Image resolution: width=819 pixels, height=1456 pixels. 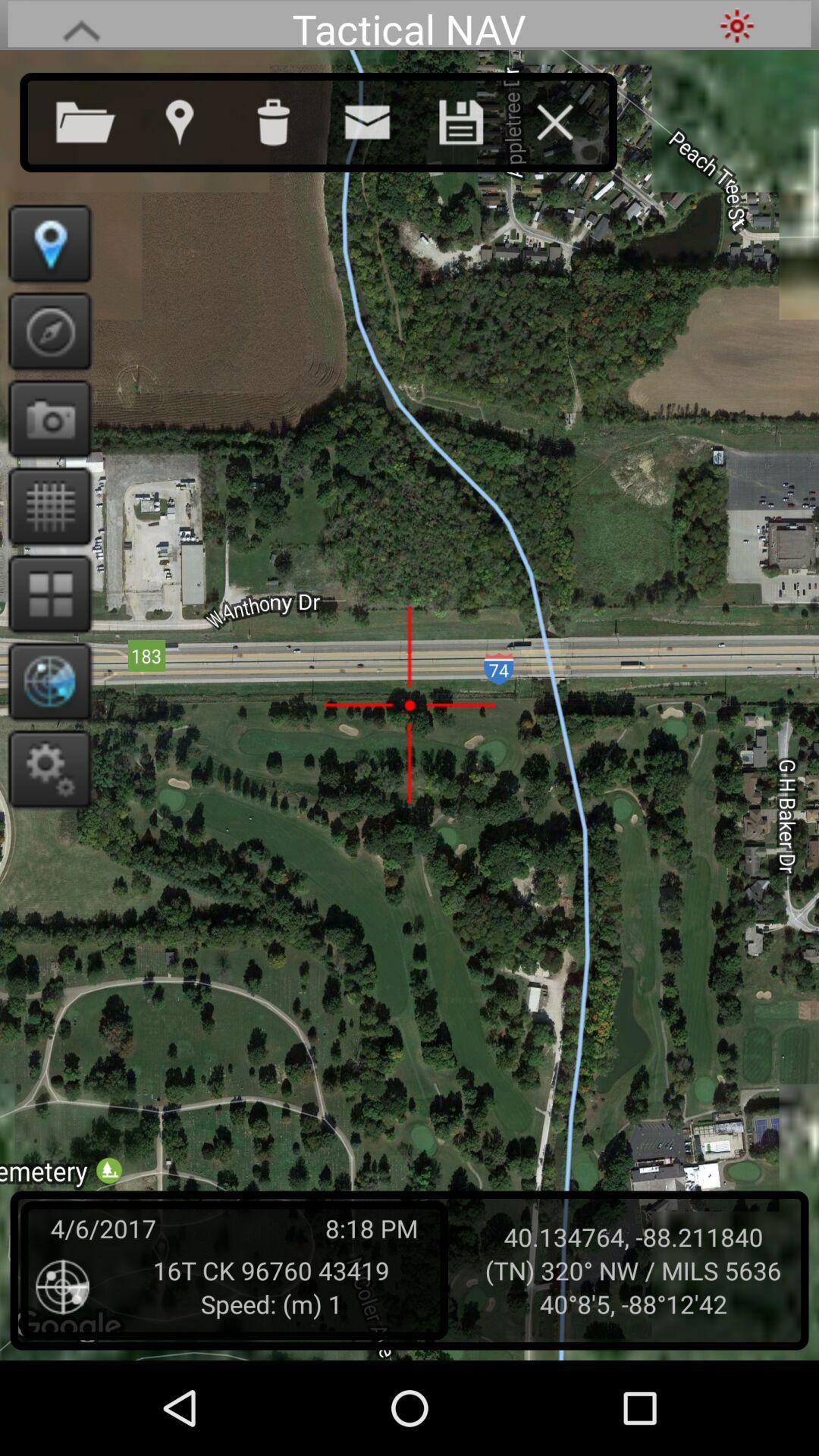 I want to click on open maps, so click(x=193, y=118).